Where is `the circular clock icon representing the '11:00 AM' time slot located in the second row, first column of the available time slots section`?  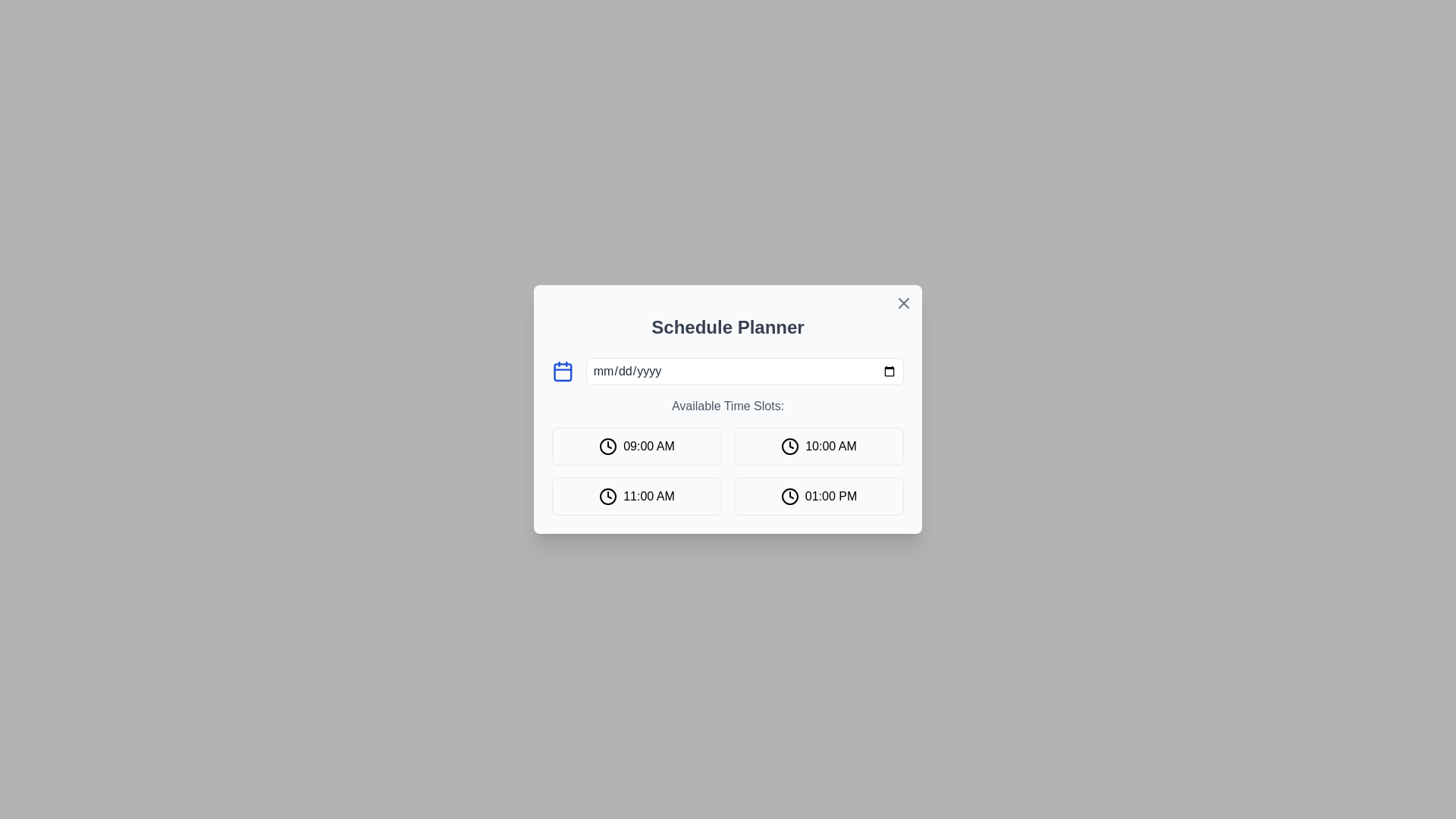 the circular clock icon representing the '11:00 AM' time slot located in the second row, first column of the available time slots section is located at coordinates (608, 497).